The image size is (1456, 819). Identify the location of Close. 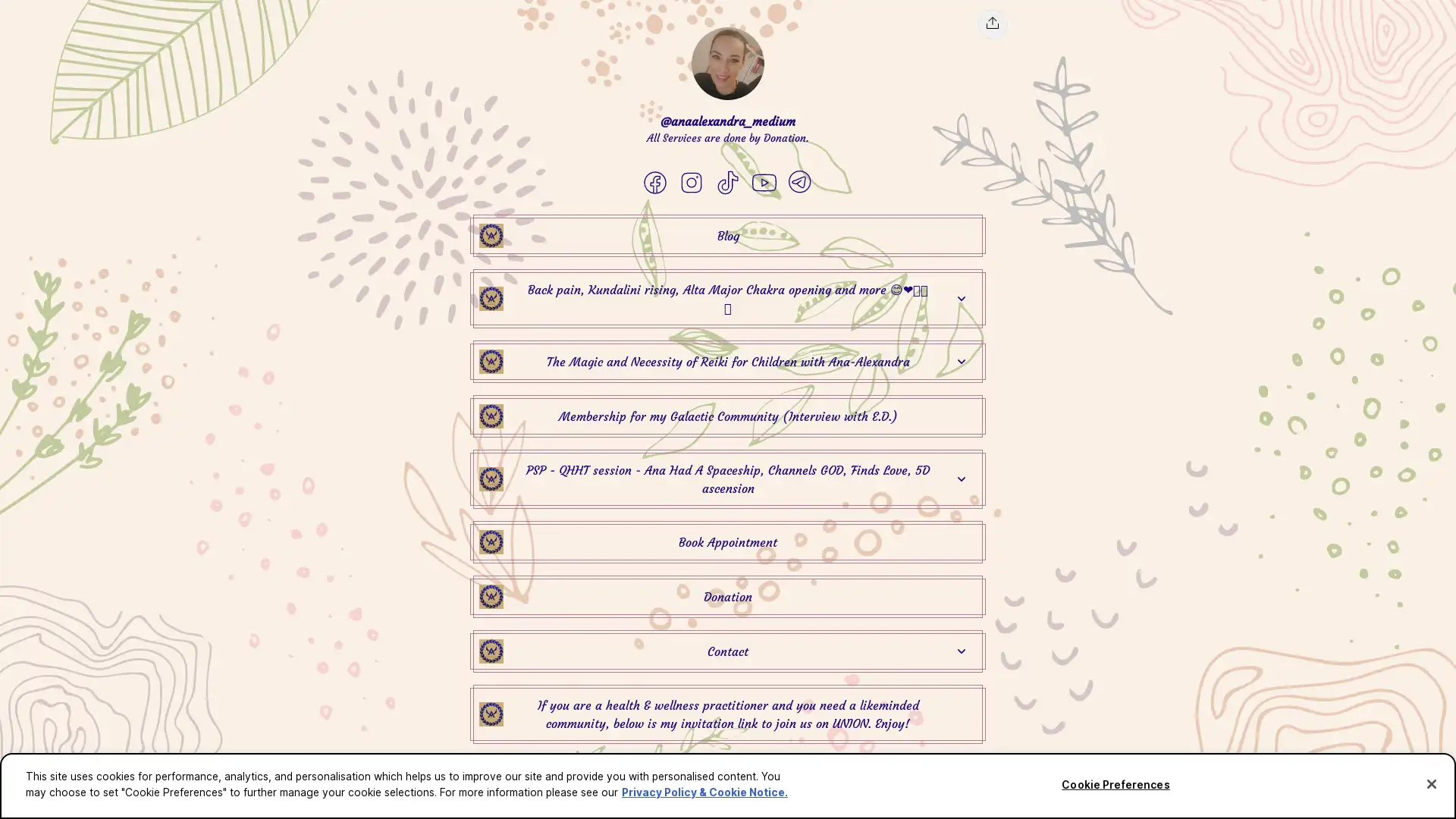
(1430, 783).